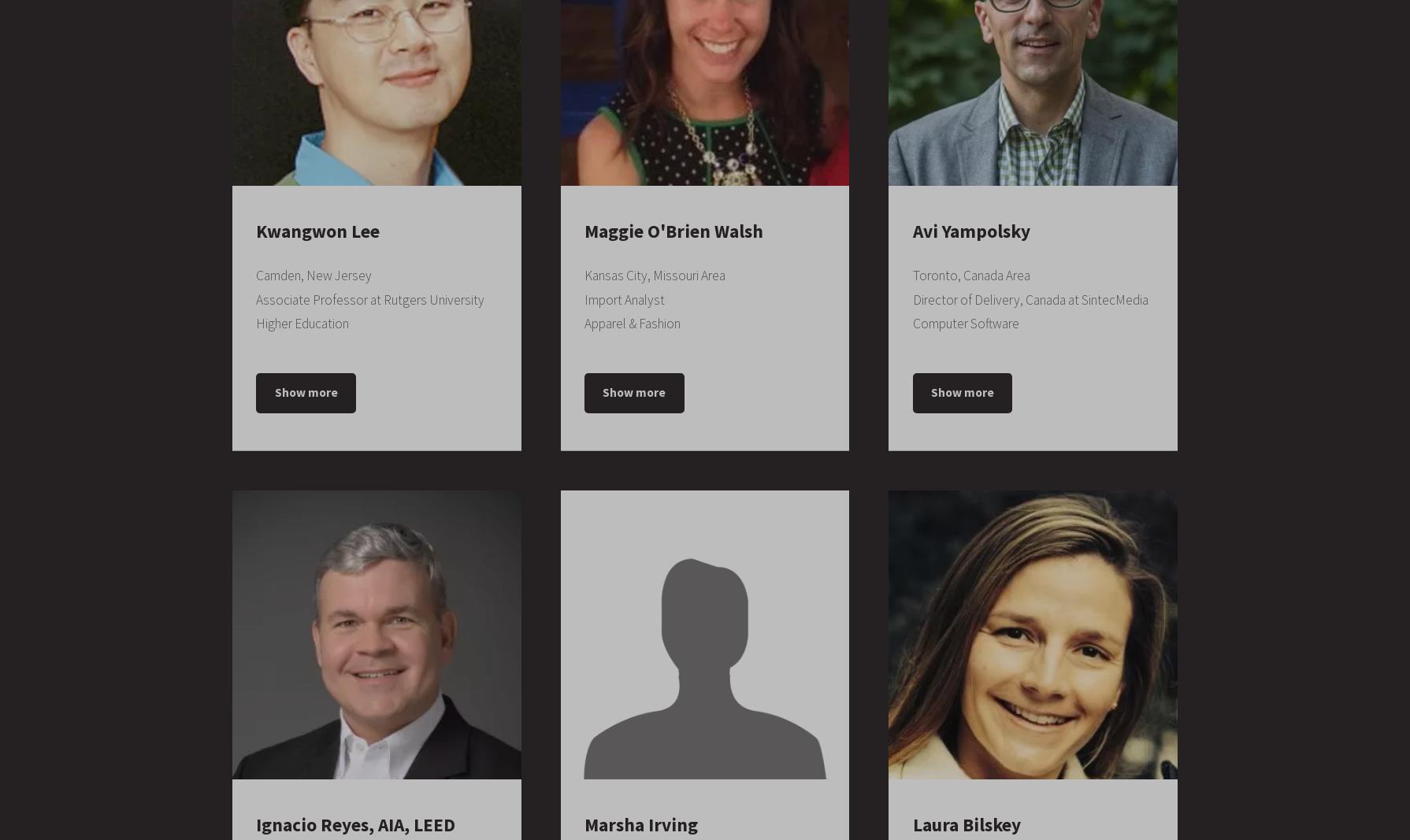 This screenshot has width=1410, height=840. What do you see at coordinates (256, 194) in the screenshot?
I see `'September 2005 – September 2008'` at bounding box center [256, 194].